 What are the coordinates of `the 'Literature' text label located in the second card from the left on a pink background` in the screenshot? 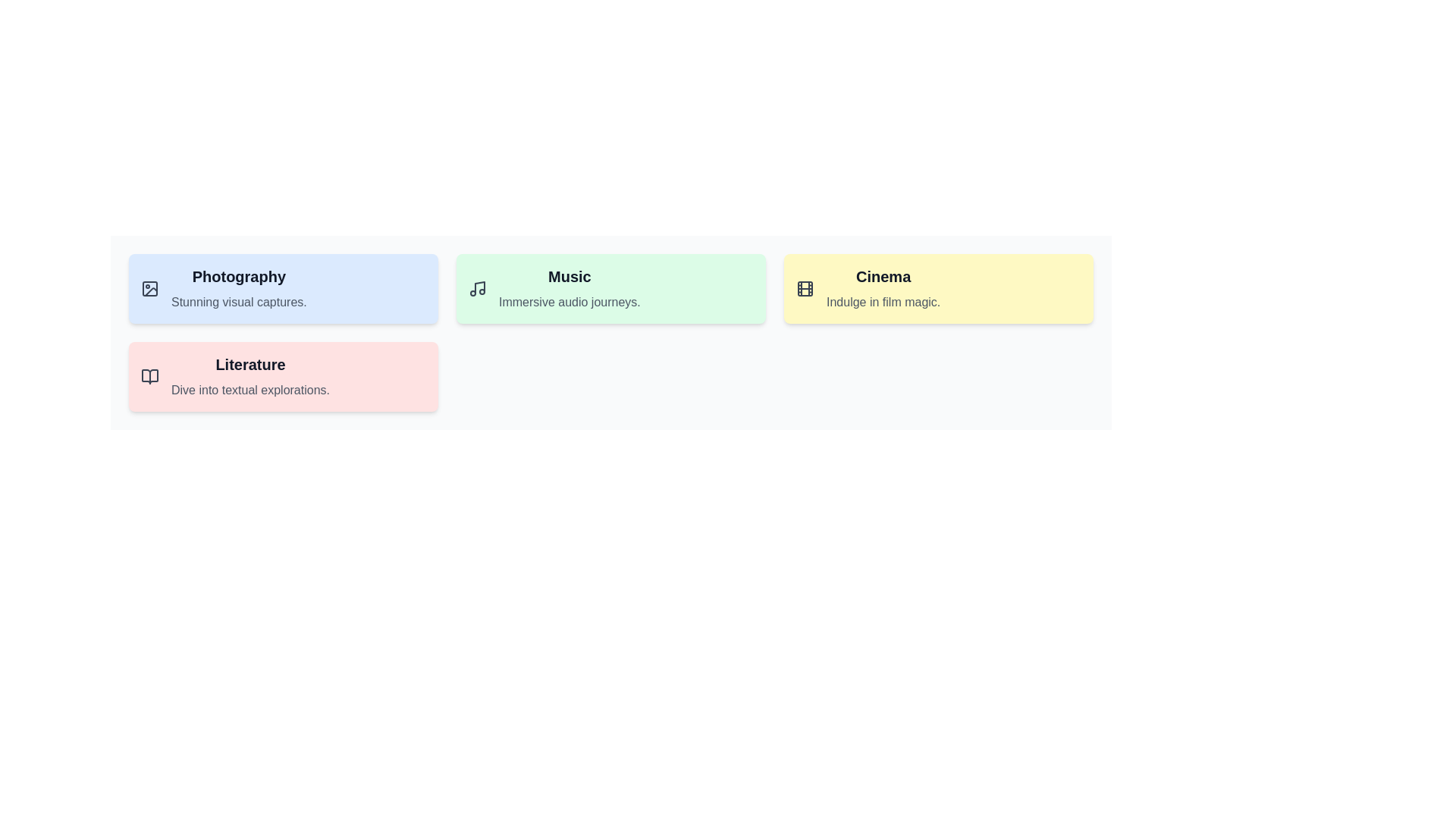 It's located at (250, 376).